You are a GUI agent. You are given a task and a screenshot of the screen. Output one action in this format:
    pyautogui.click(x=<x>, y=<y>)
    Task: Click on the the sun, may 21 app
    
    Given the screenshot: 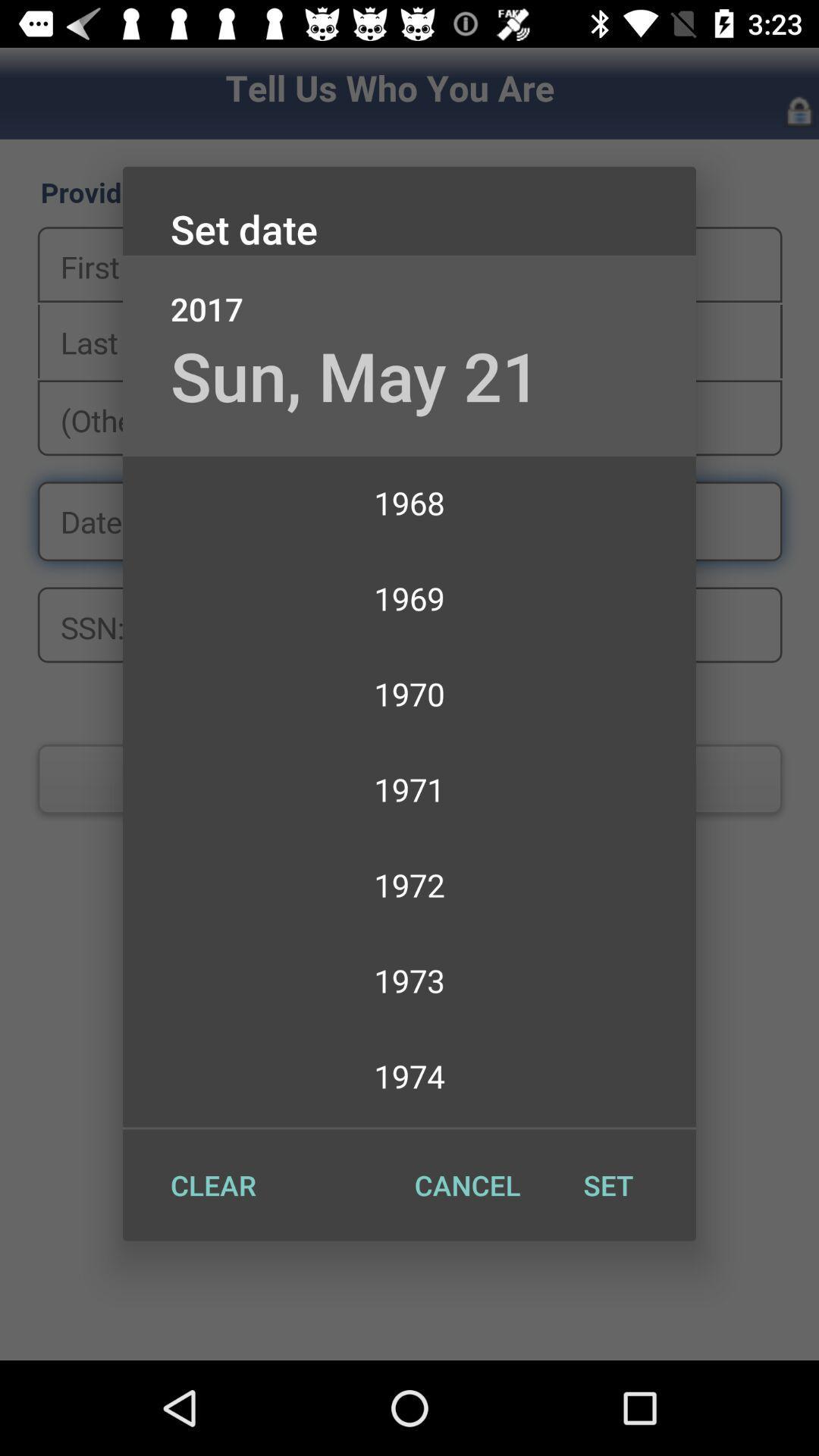 What is the action you would take?
    pyautogui.click(x=356, y=375)
    